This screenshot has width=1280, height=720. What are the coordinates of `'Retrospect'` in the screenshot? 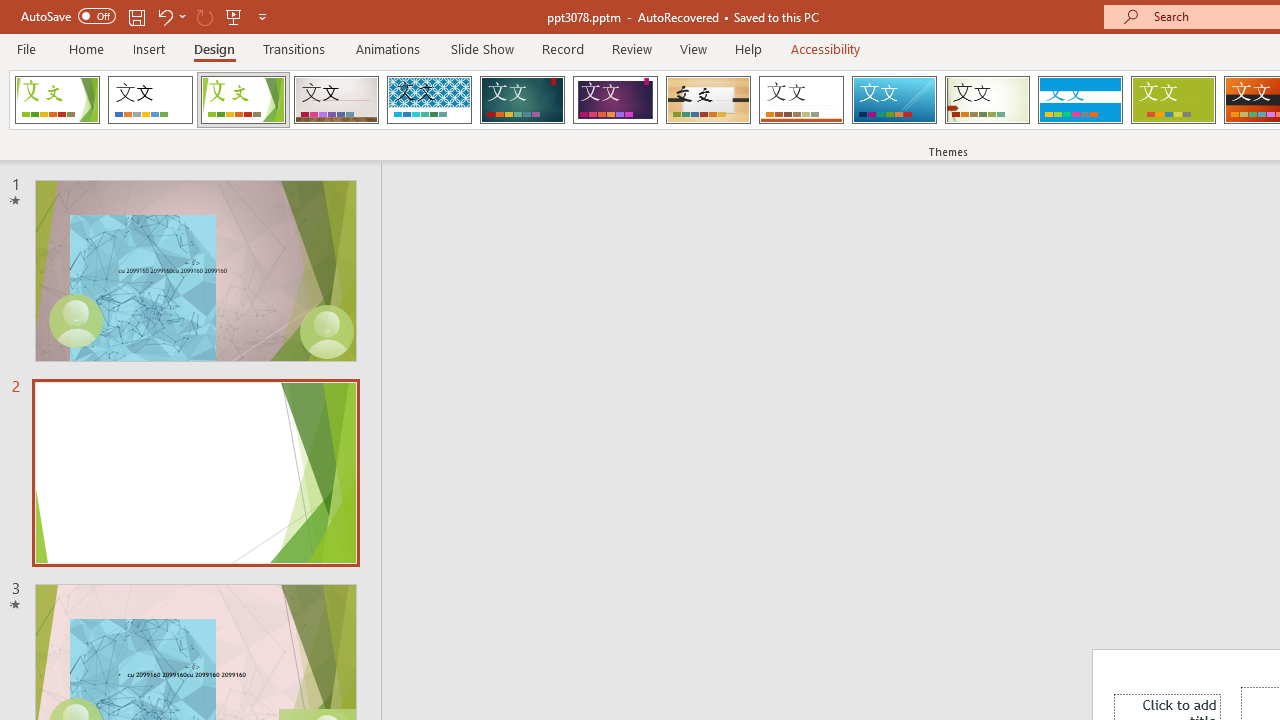 It's located at (801, 100).